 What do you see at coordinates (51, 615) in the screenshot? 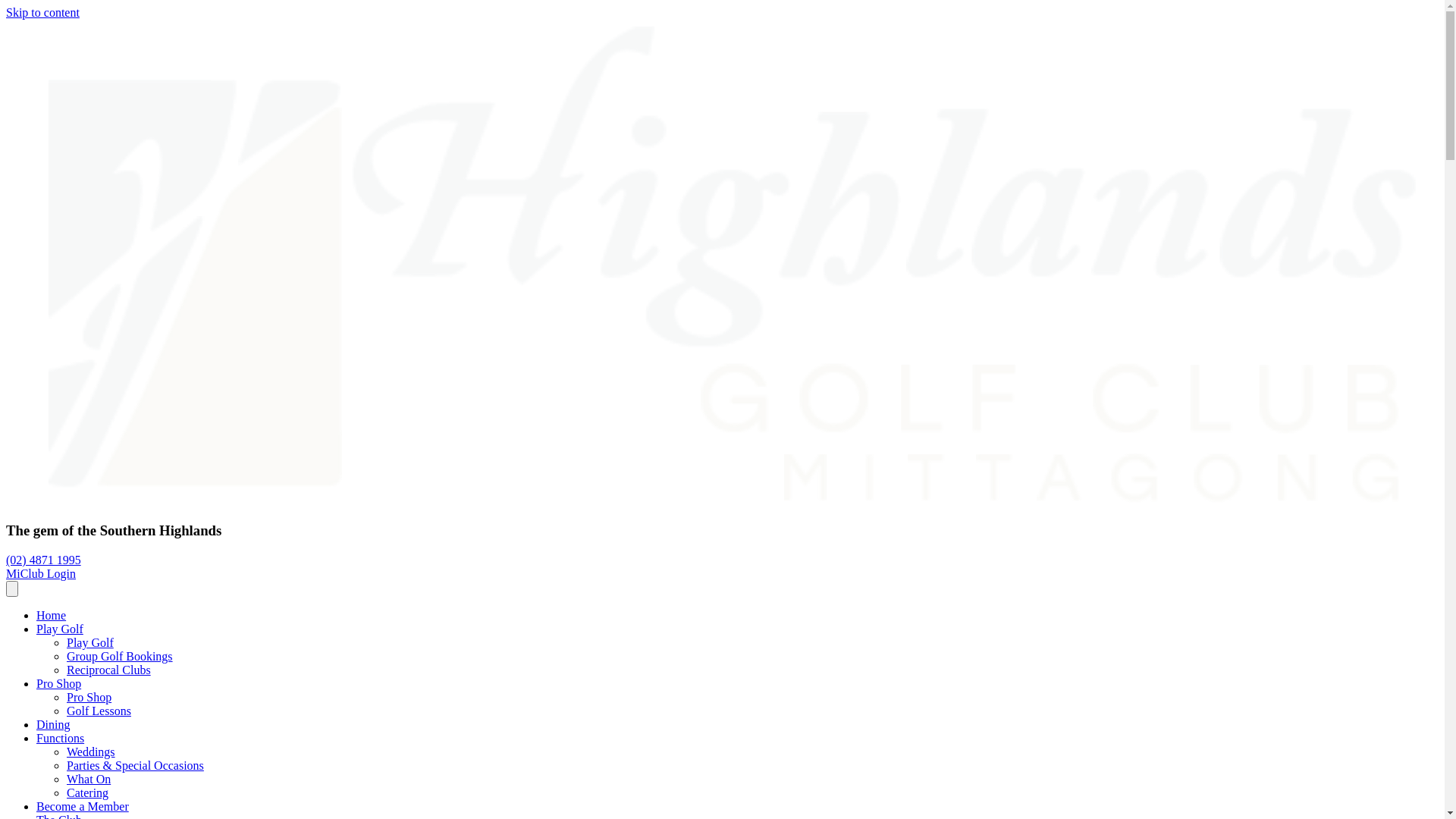
I see `'Home'` at bounding box center [51, 615].